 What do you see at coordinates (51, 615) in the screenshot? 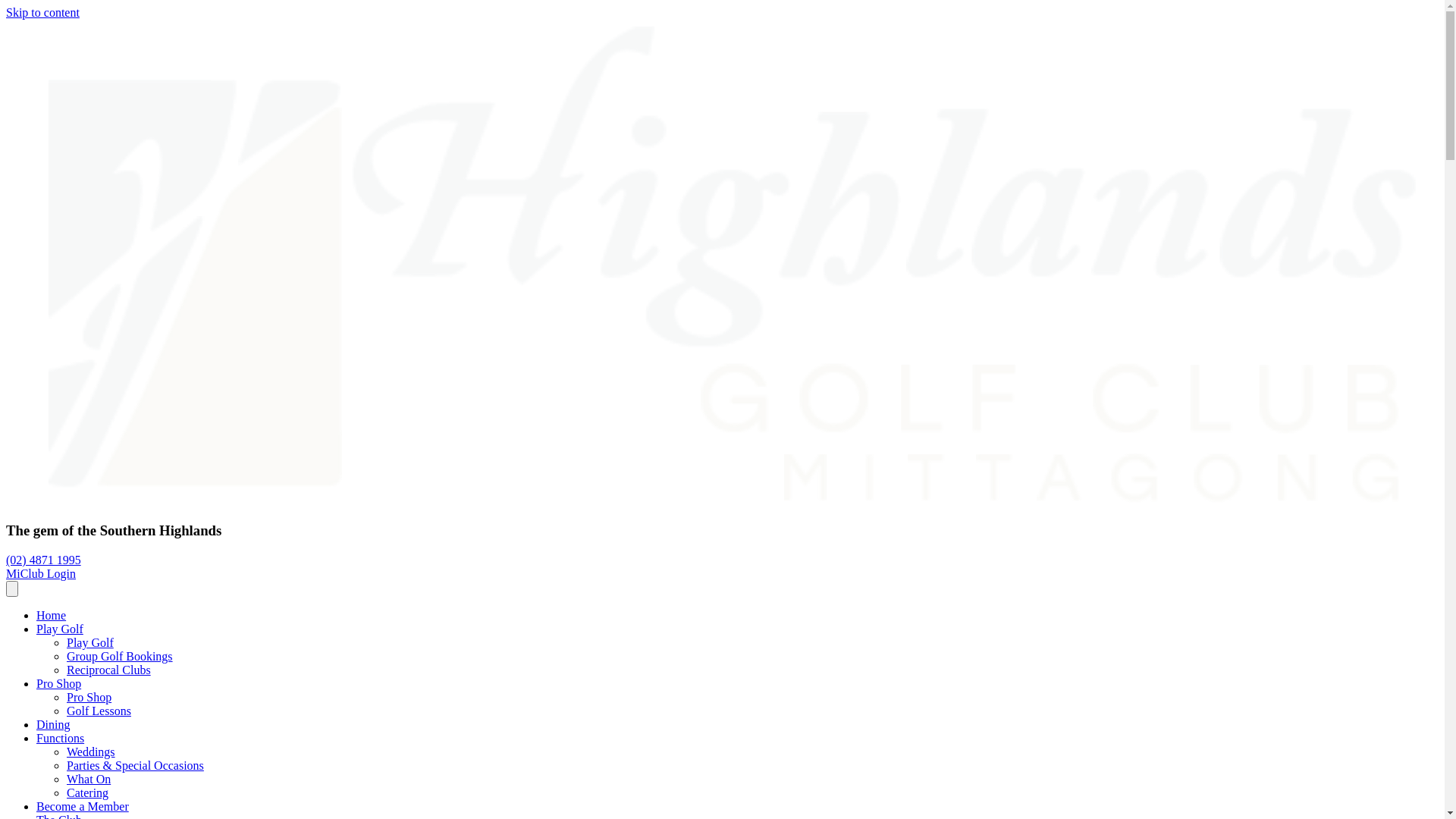
I see `'Home'` at bounding box center [51, 615].